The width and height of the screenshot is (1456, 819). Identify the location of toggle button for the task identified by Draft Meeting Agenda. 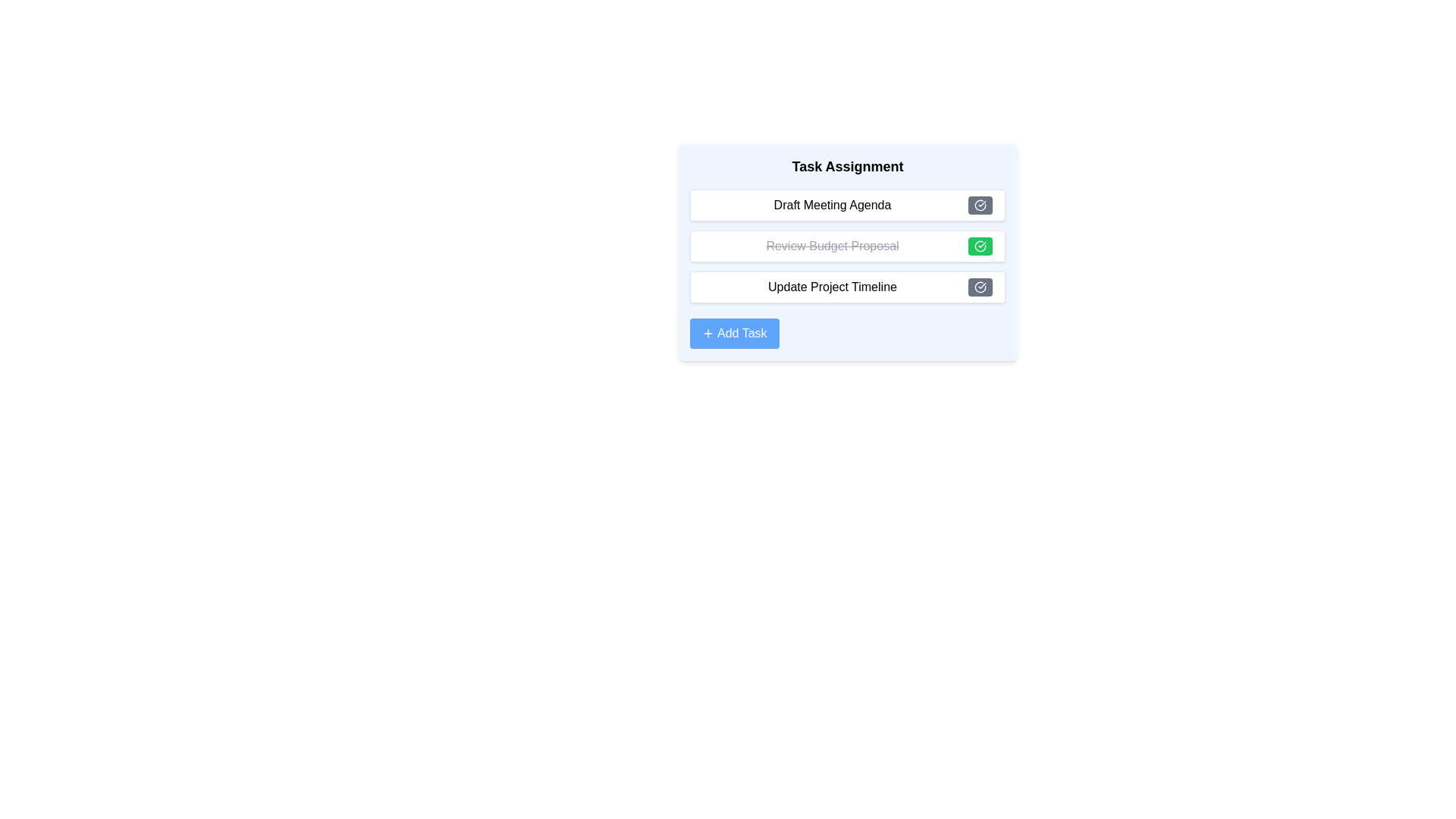
(980, 205).